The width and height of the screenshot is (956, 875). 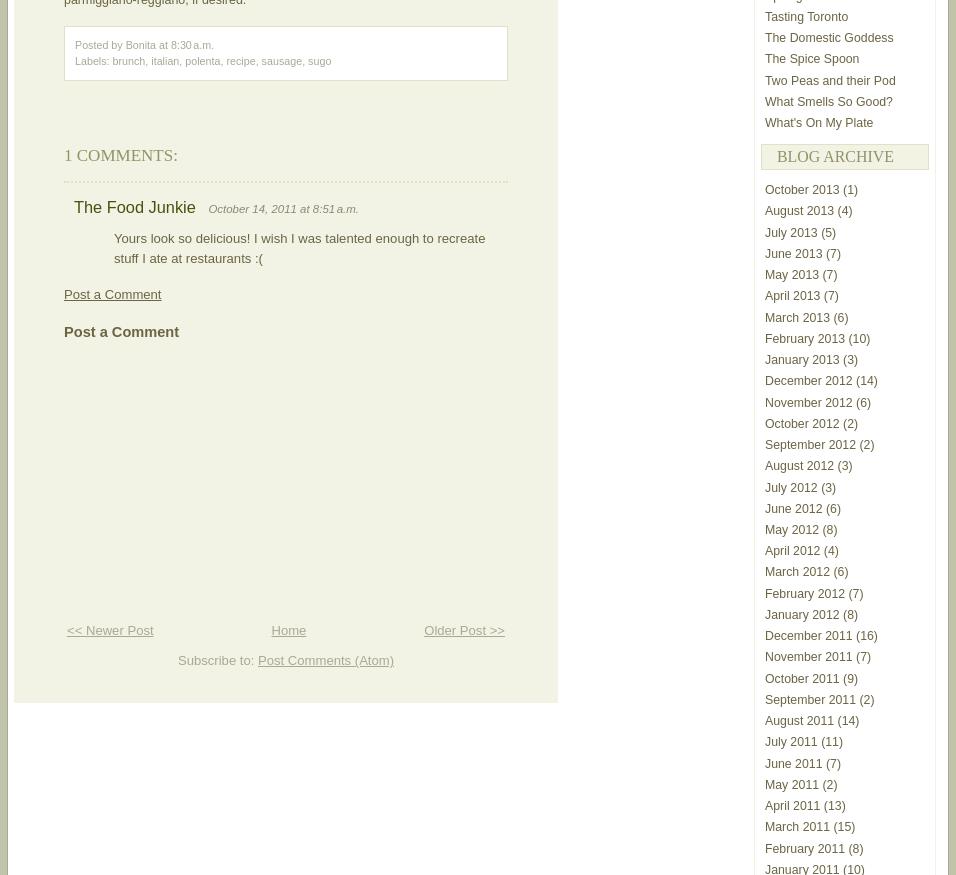 What do you see at coordinates (828, 36) in the screenshot?
I see `'The Domestic Goddess'` at bounding box center [828, 36].